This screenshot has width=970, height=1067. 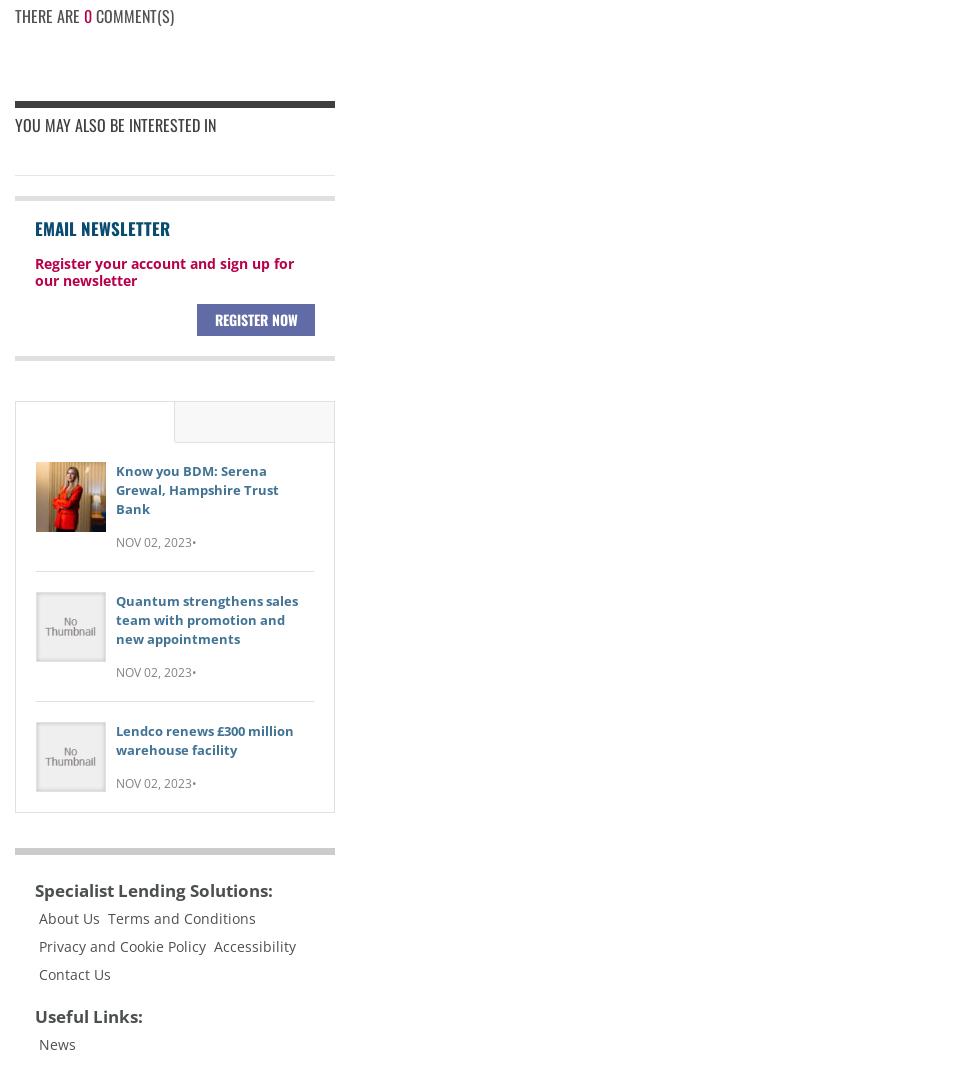 I want to click on 'Terms and Conditions', so click(x=180, y=917).